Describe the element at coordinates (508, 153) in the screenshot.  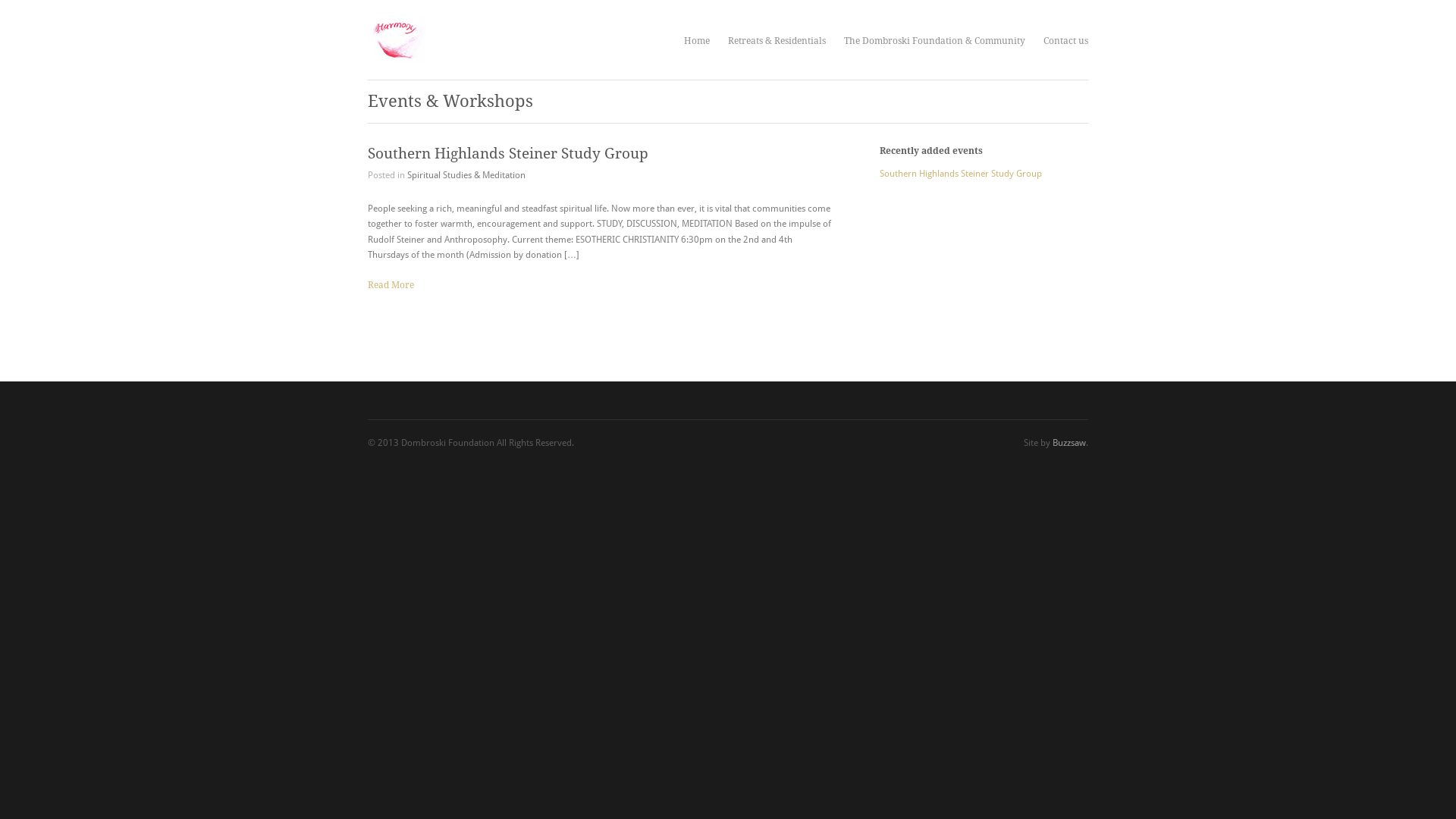
I see `'Southern Highlands Steiner Study Group'` at that location.